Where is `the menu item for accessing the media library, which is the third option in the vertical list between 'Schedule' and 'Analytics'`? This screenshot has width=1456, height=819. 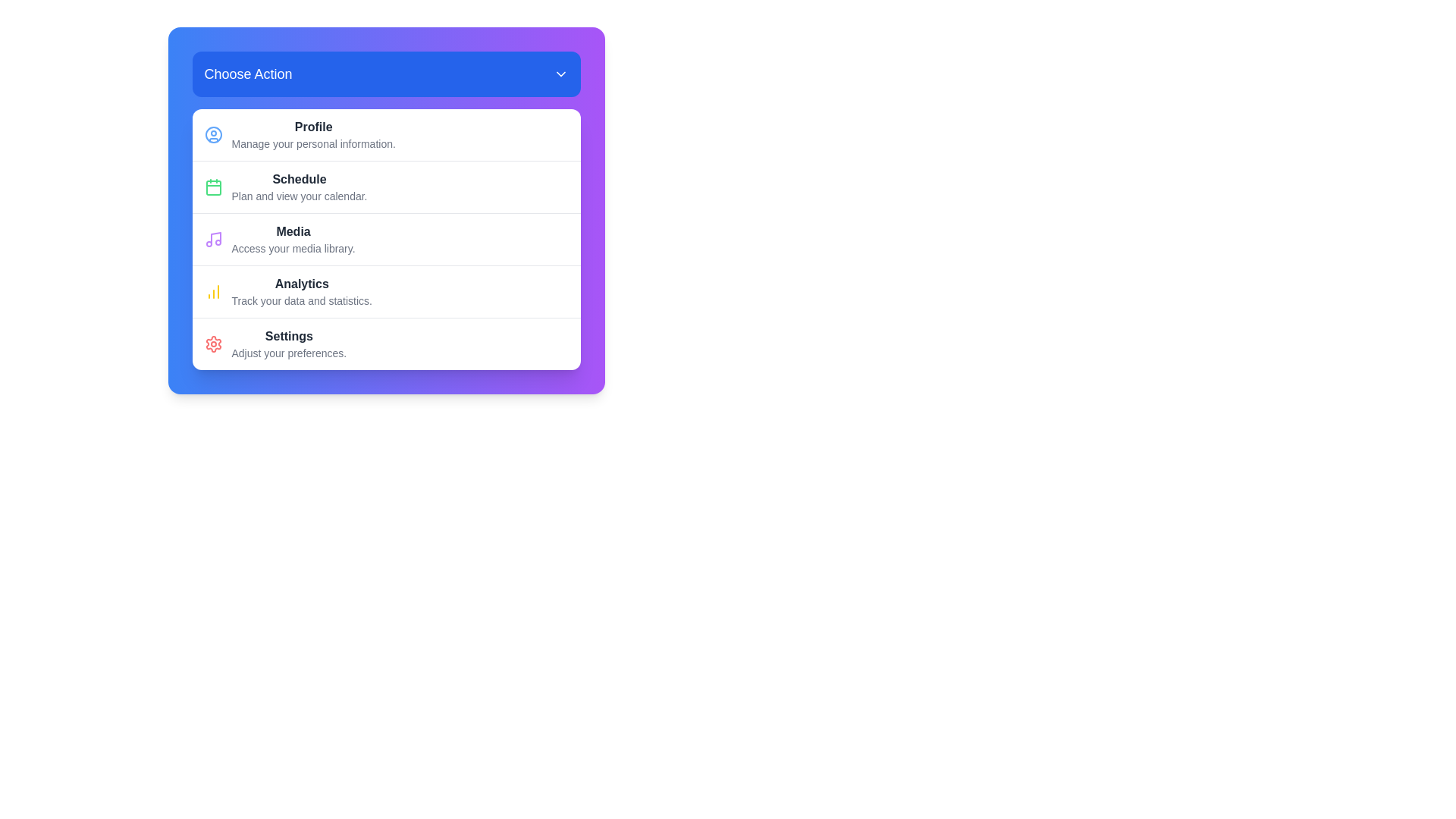 the menu item for accessing the media library, which is the third option in the vertical list between 'Schedule' and 'Analytics' is located at coordinates (386, 239).